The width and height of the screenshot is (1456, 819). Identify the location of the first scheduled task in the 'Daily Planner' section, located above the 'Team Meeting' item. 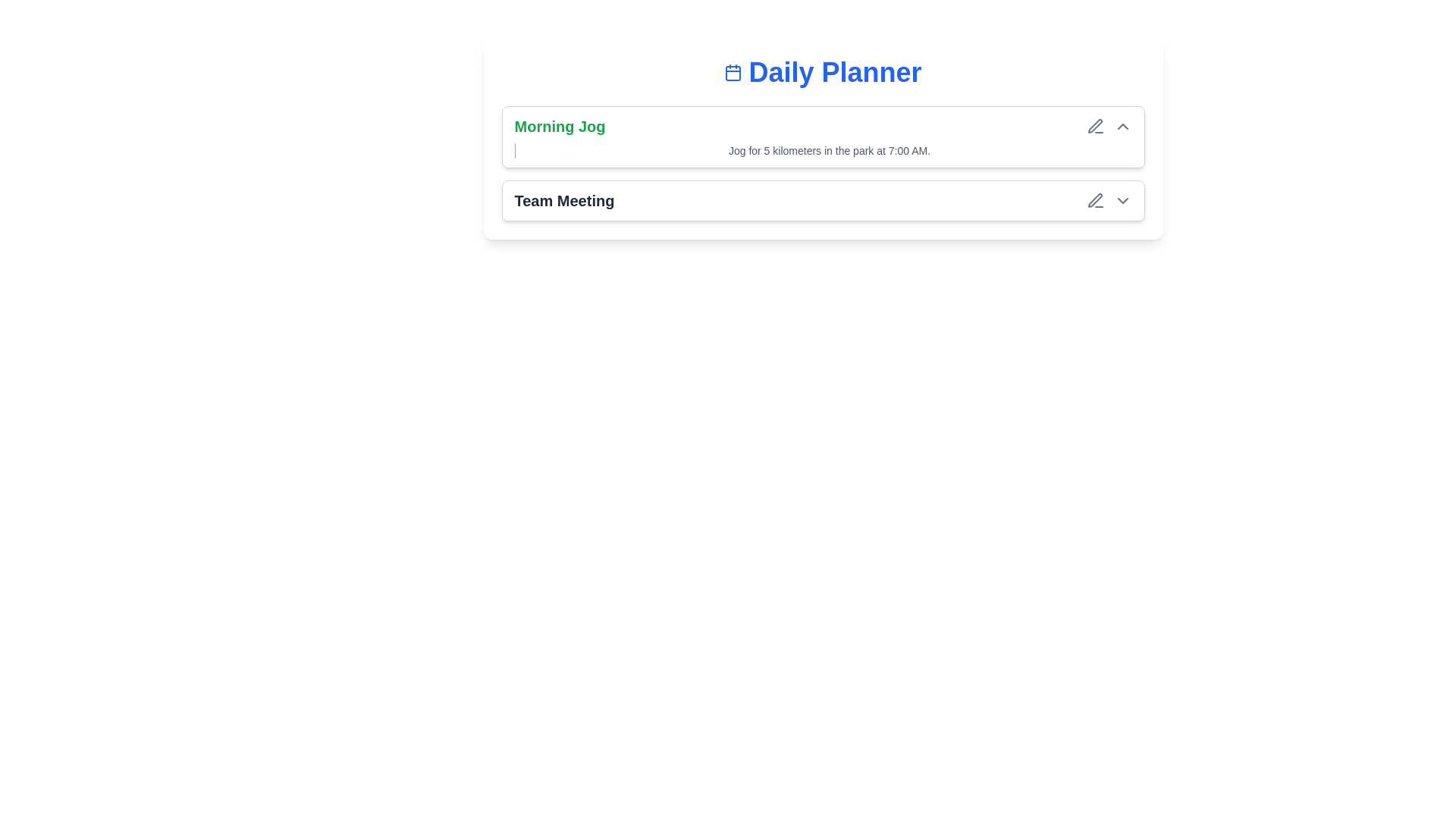
(822, 164).